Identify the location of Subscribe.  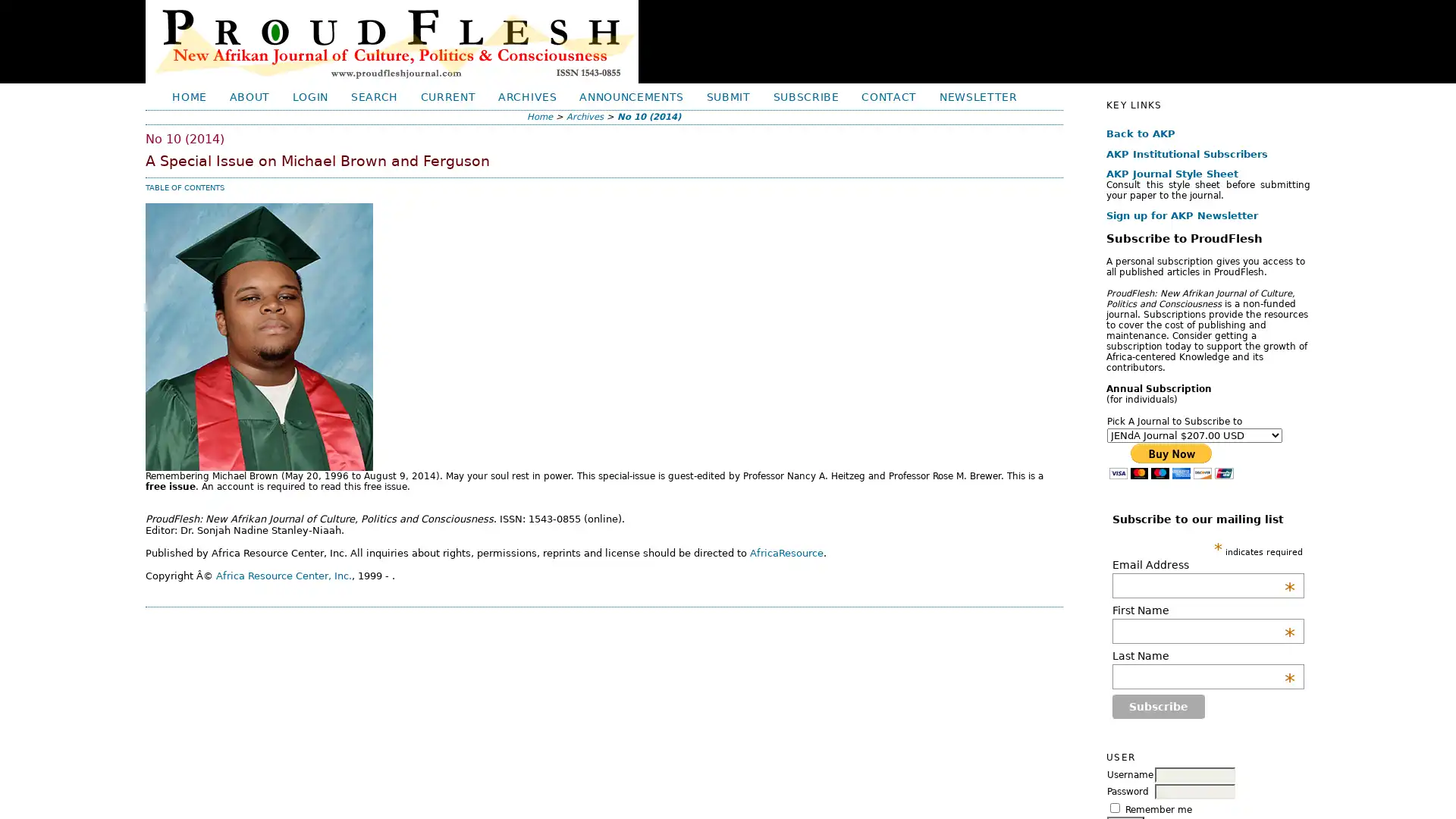
(1157, 707).